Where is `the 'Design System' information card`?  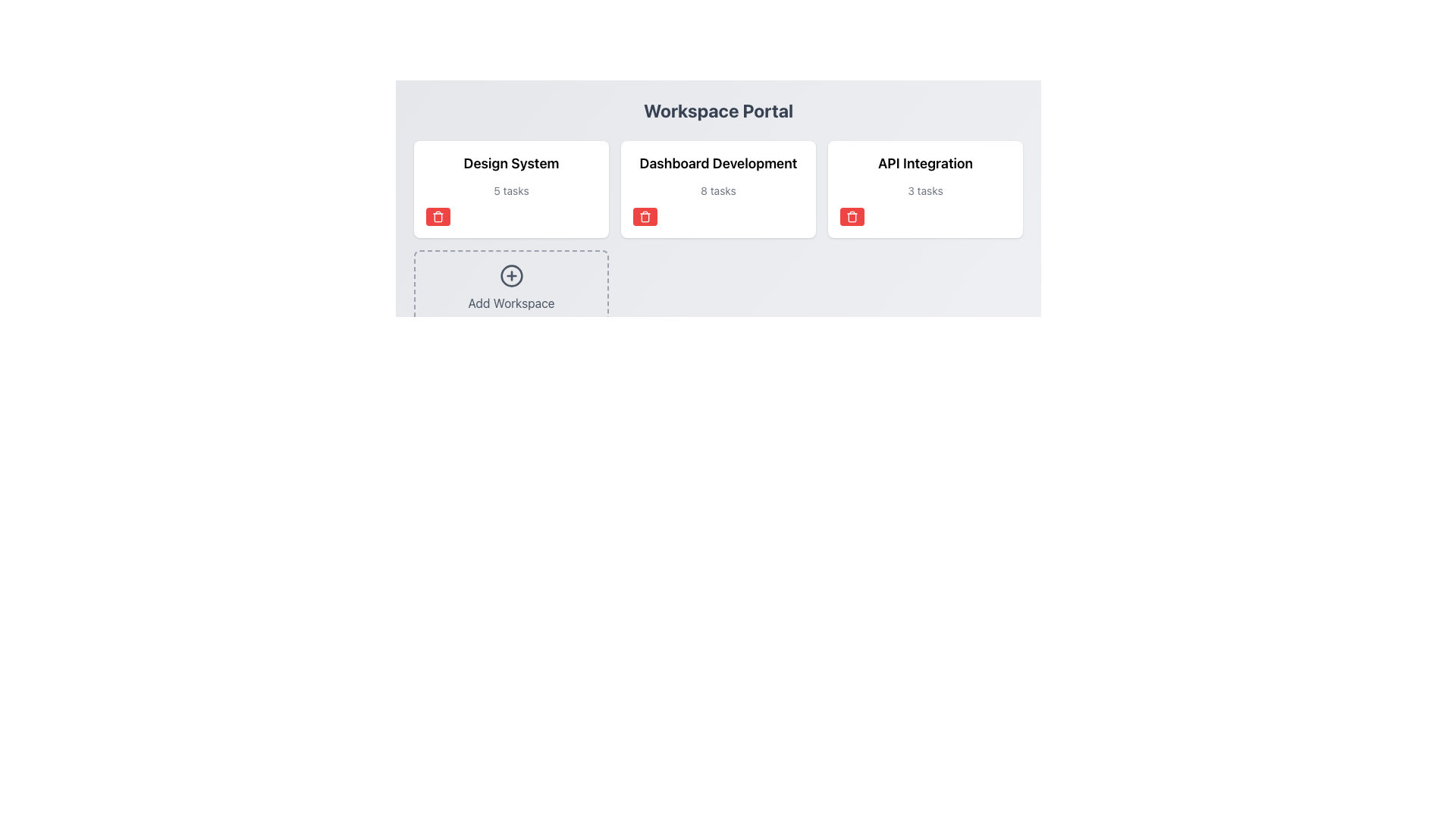 the 'Design System' information card is located at coordinates (511, 189).